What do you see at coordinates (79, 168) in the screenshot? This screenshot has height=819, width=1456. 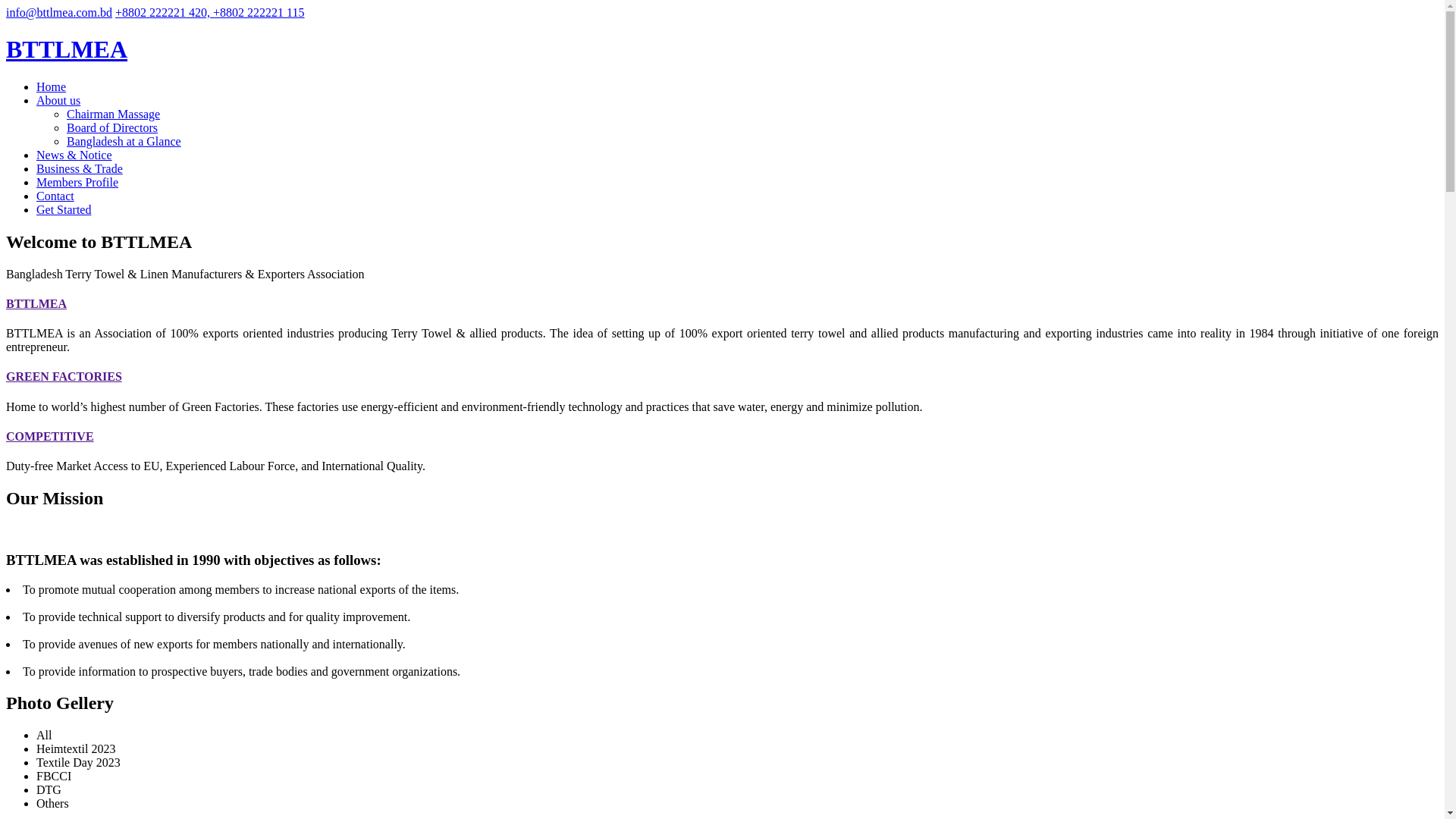 I see `'Business & Trade'` at bounding box center [79, 168].